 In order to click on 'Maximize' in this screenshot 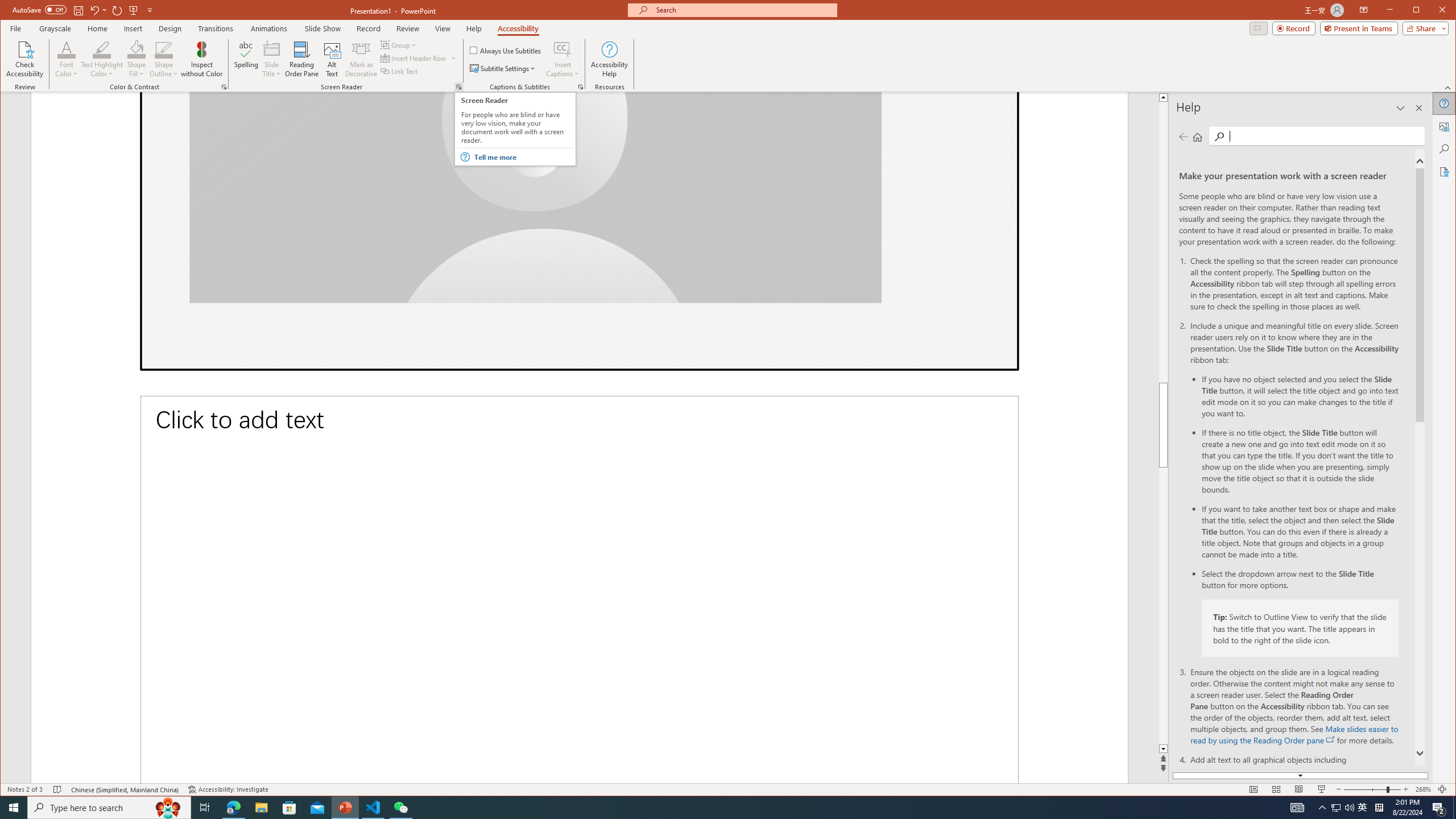, I will do `click(1433, 11)`.